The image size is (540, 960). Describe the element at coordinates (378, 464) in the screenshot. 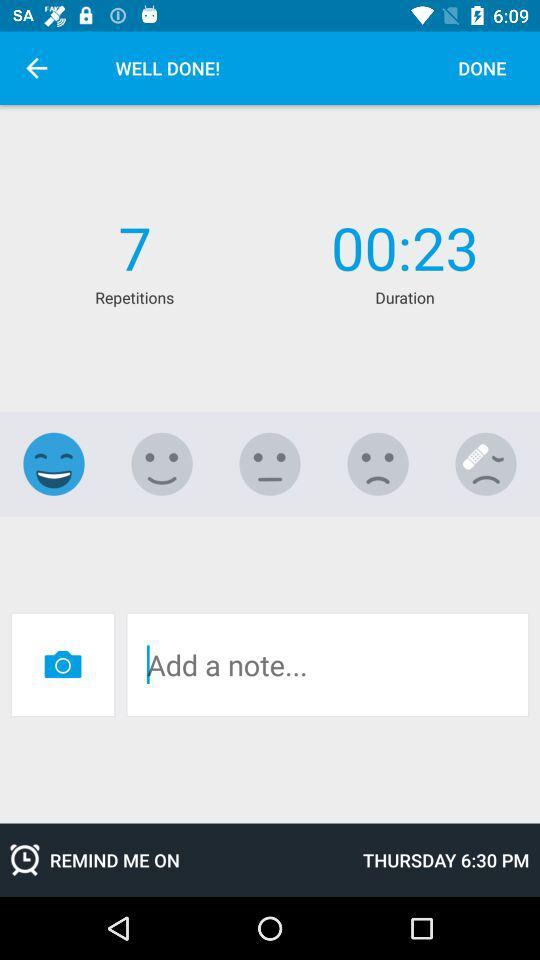

I see `somewhat dislike` at that location.